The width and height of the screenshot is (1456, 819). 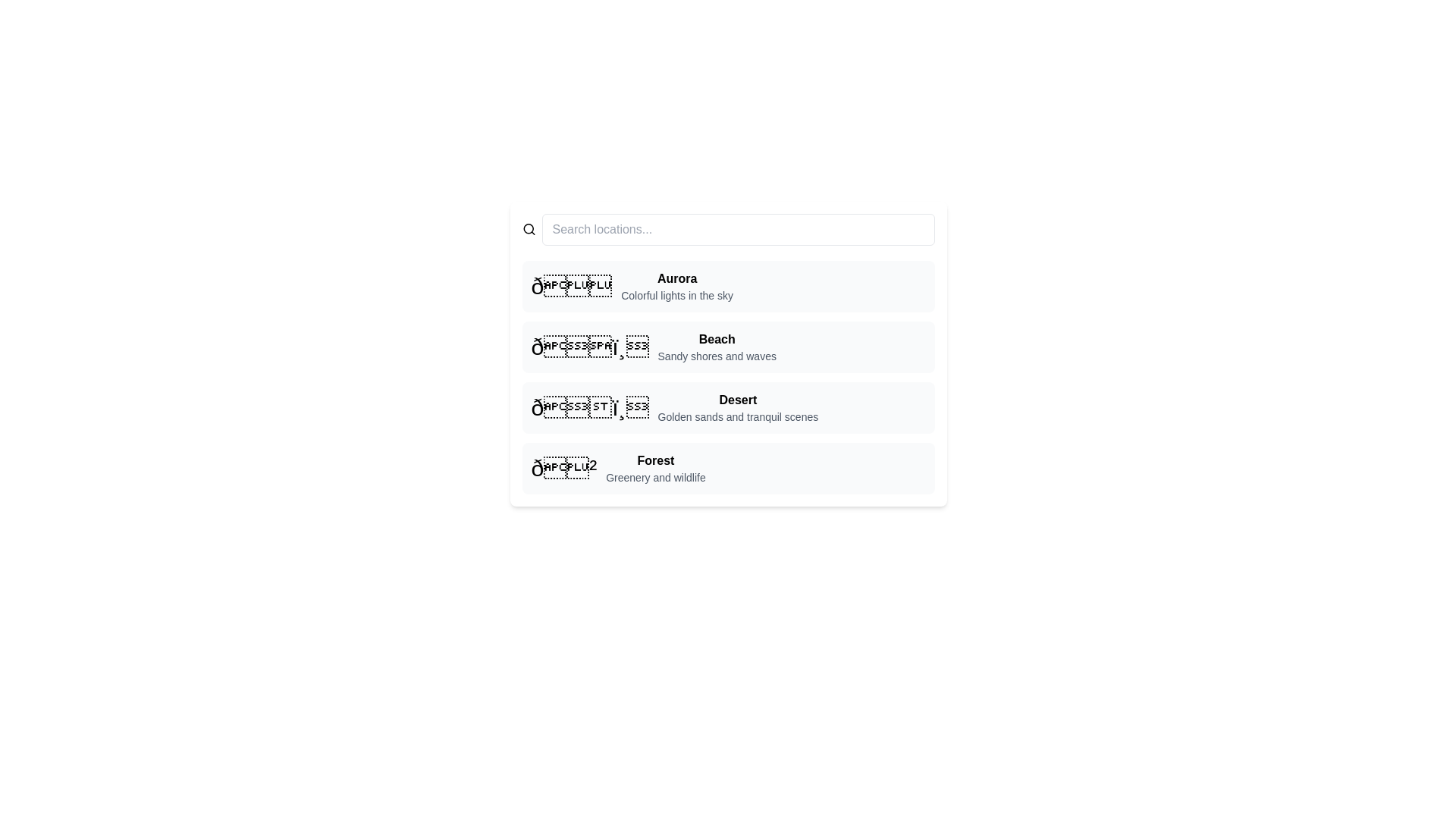 I want to click on the text label that represents a category or item name in the third entry of a vertical list, located above the description 'Golden sands and tranquil scenes', so click(x=738, y=400).